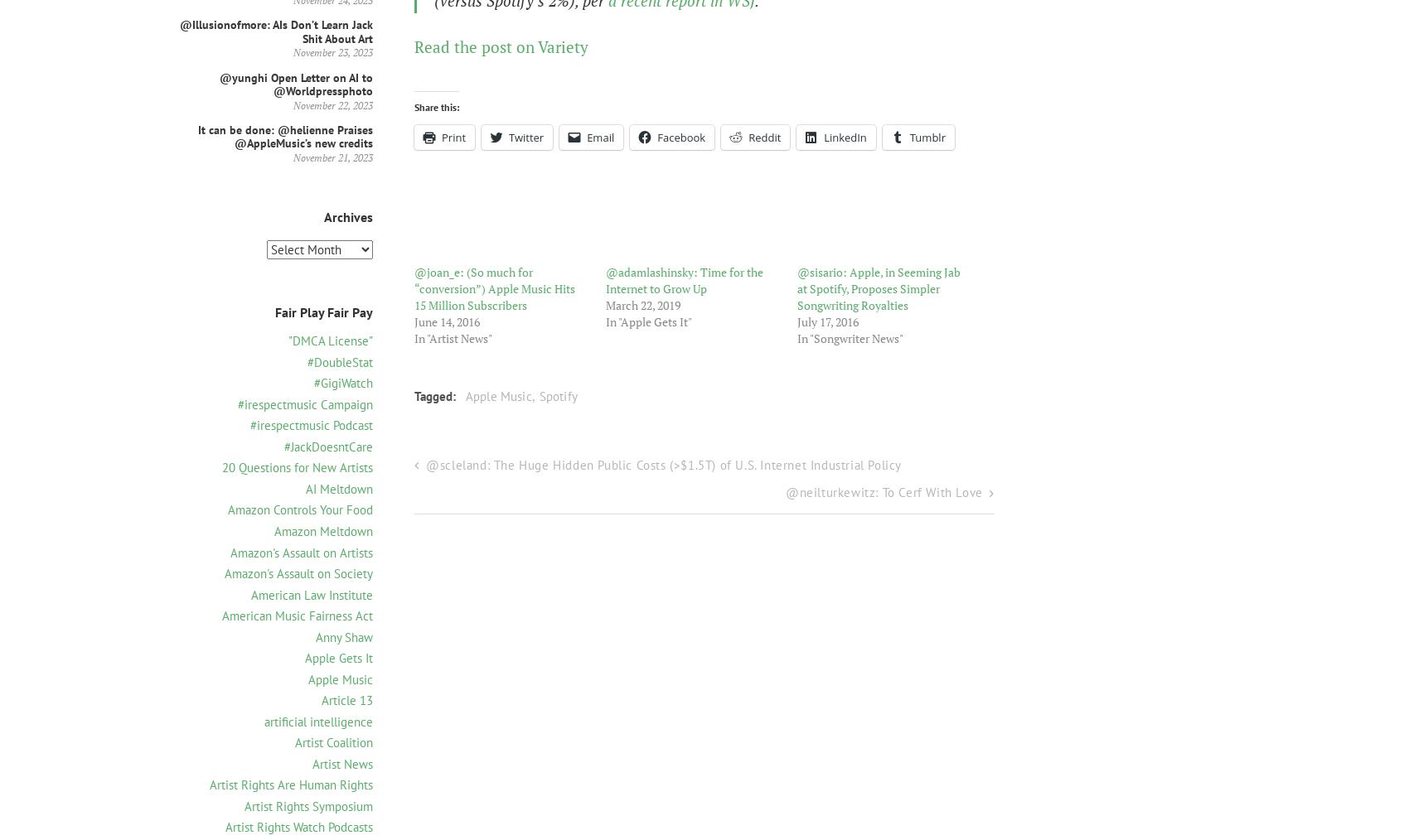  Describe the element at coordinates (298, 572) in the screenshot. I see `'Amazon's Assault on Society'` at that location.